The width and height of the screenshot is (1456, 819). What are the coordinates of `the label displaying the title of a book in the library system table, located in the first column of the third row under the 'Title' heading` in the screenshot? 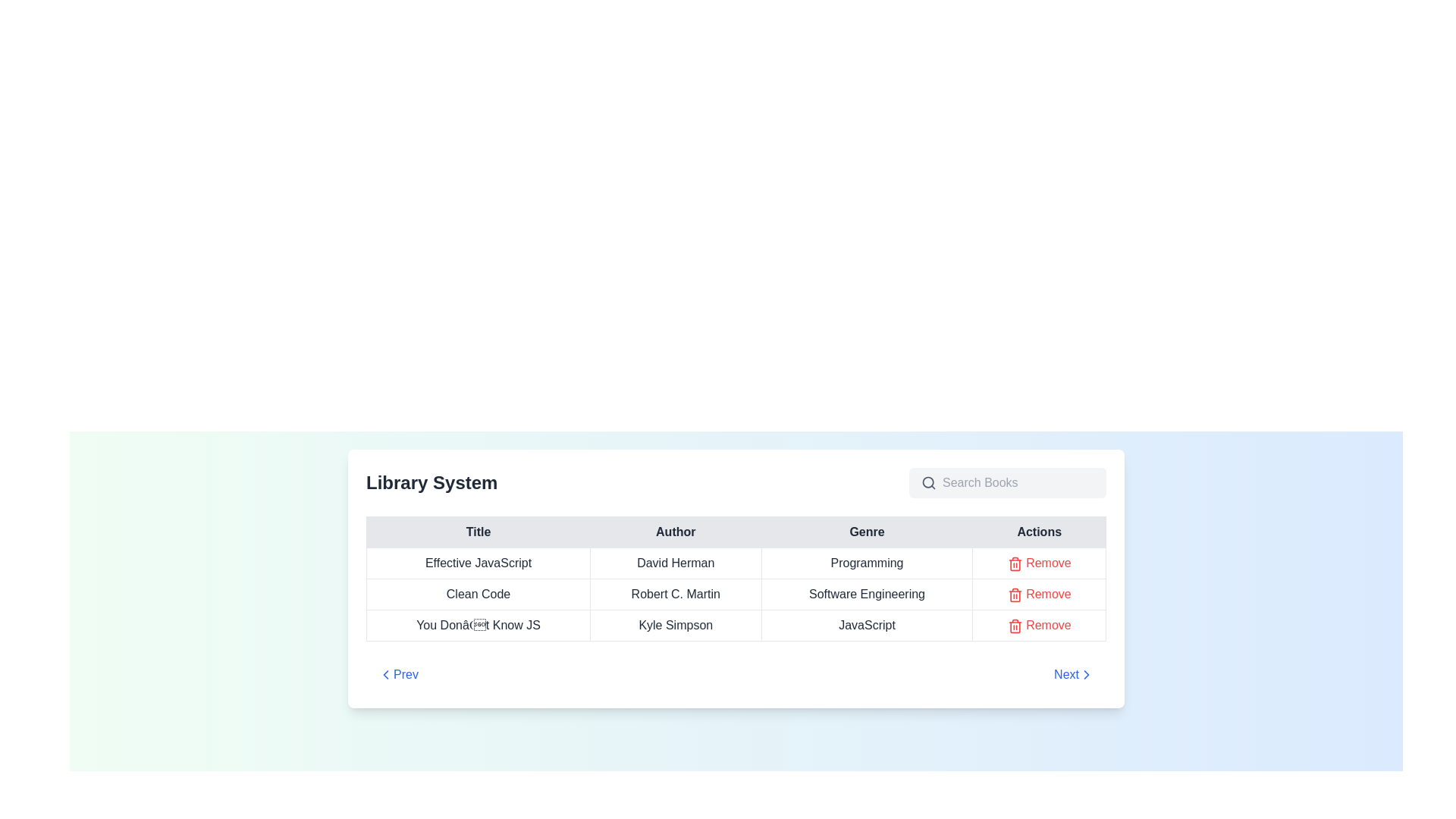 It's located at (478, 626).